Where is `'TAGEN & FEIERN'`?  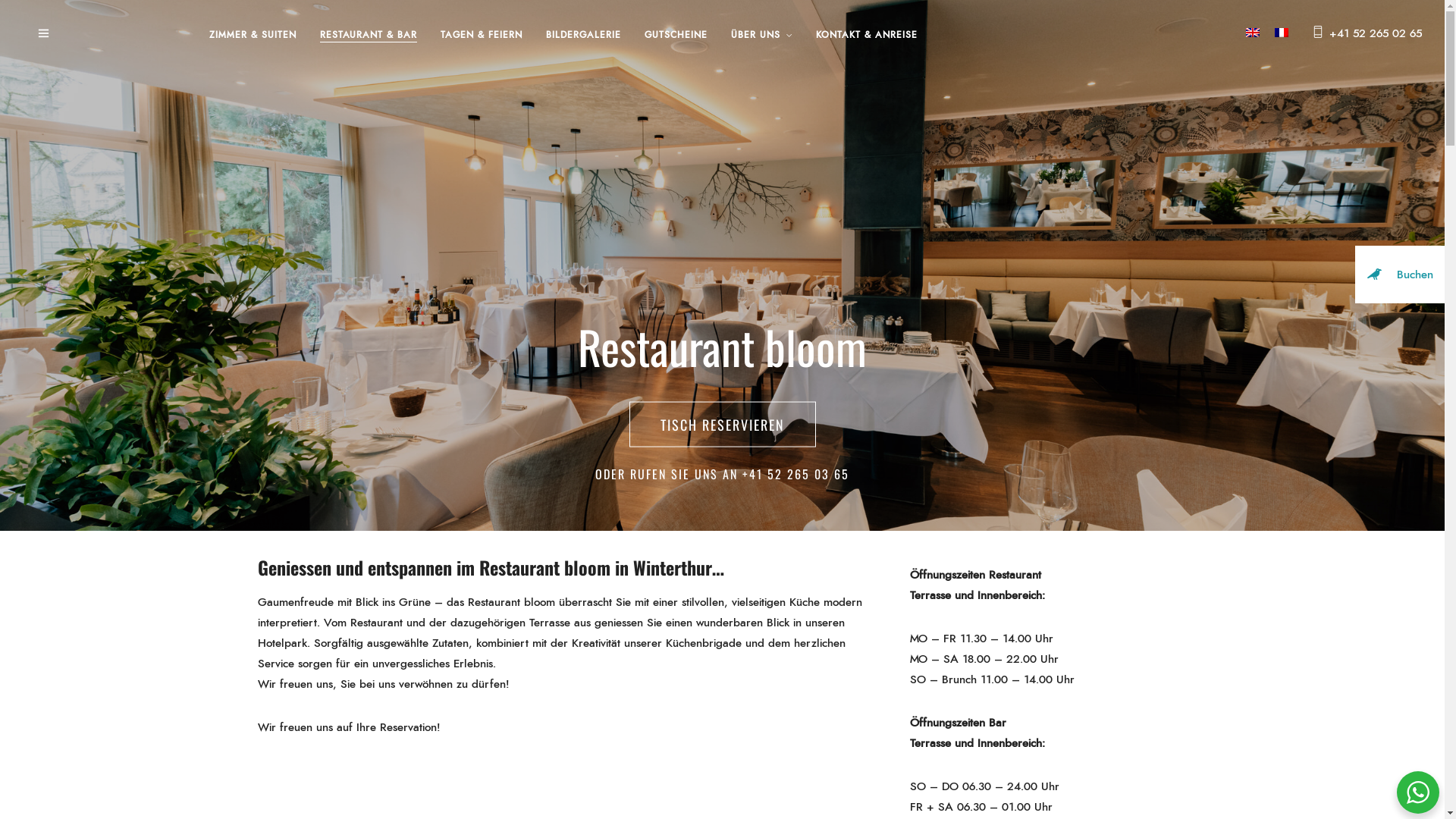 'TAGEN & FEIERN' is located at coordinates (479, 34).